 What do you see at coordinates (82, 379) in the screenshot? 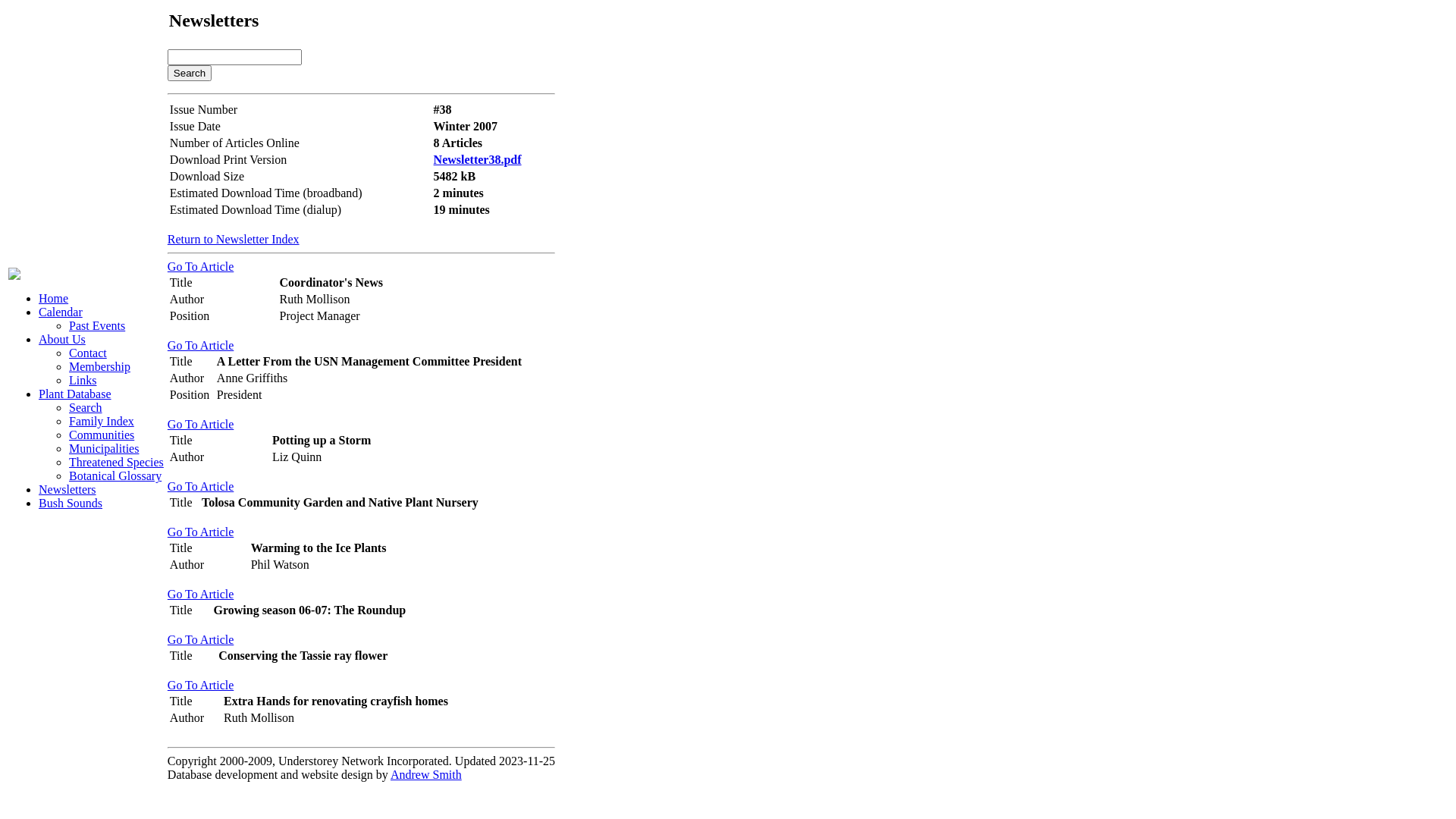
I see `'Links'` at bounding box center [82, 379].